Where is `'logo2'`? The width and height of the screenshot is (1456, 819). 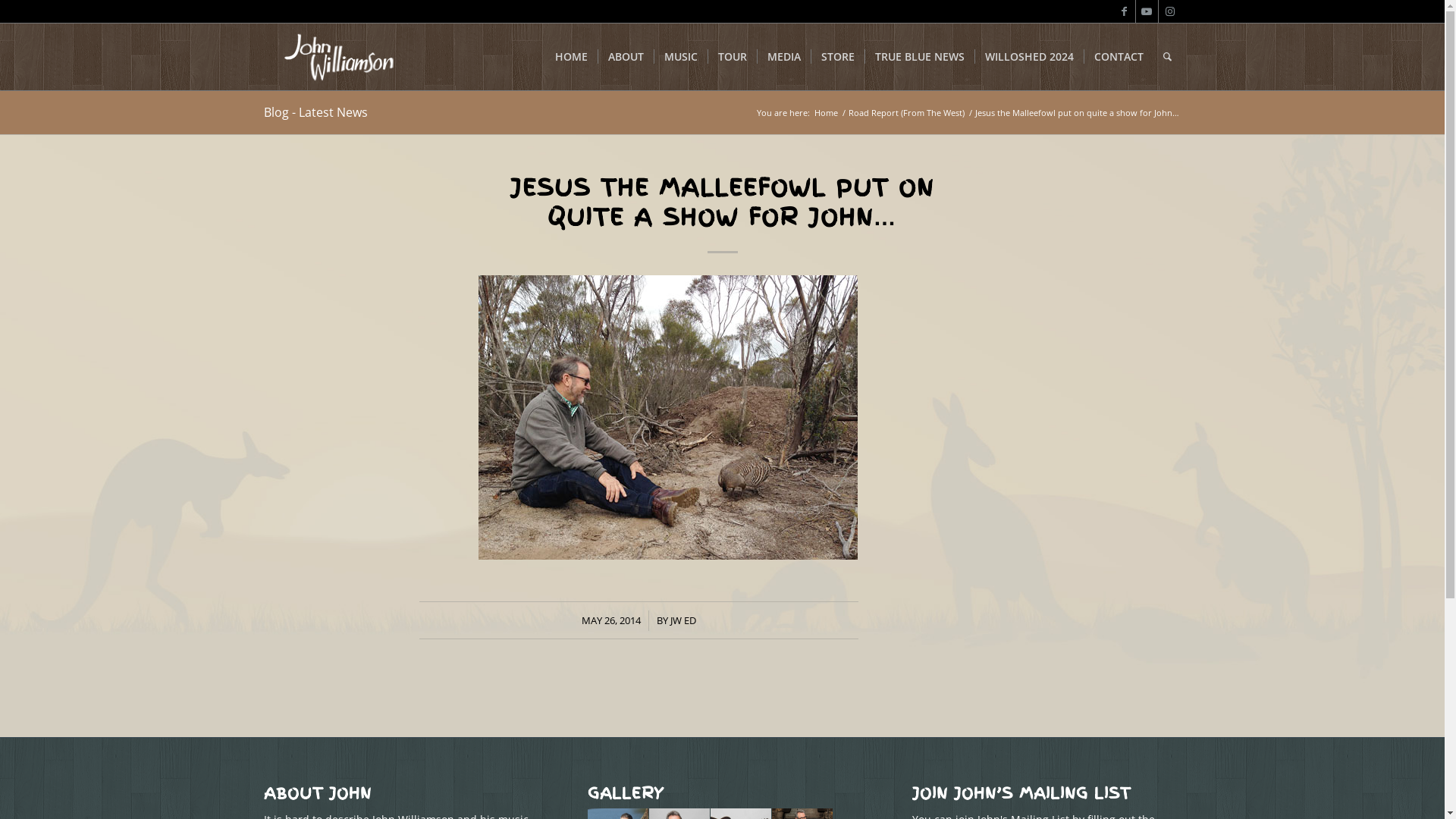 'logo2' is located at coordinates (337, 55).